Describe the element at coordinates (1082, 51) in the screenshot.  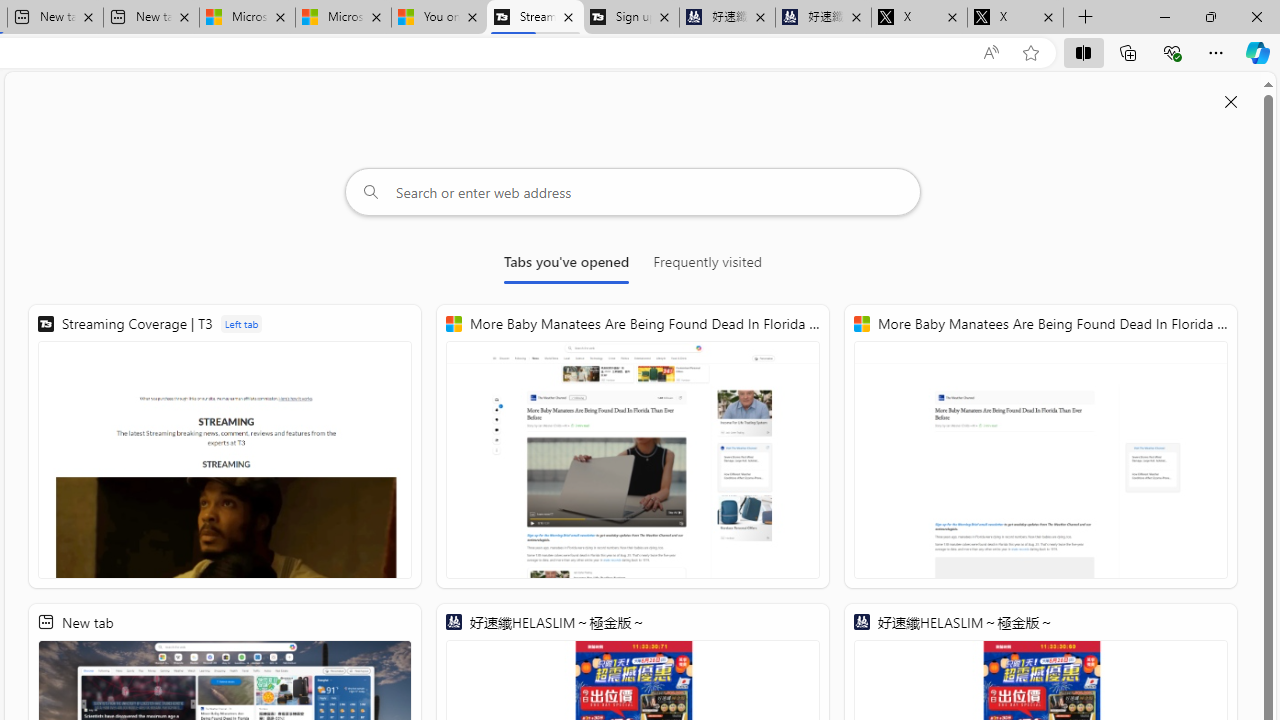
I see `'Split screen'` at that location.